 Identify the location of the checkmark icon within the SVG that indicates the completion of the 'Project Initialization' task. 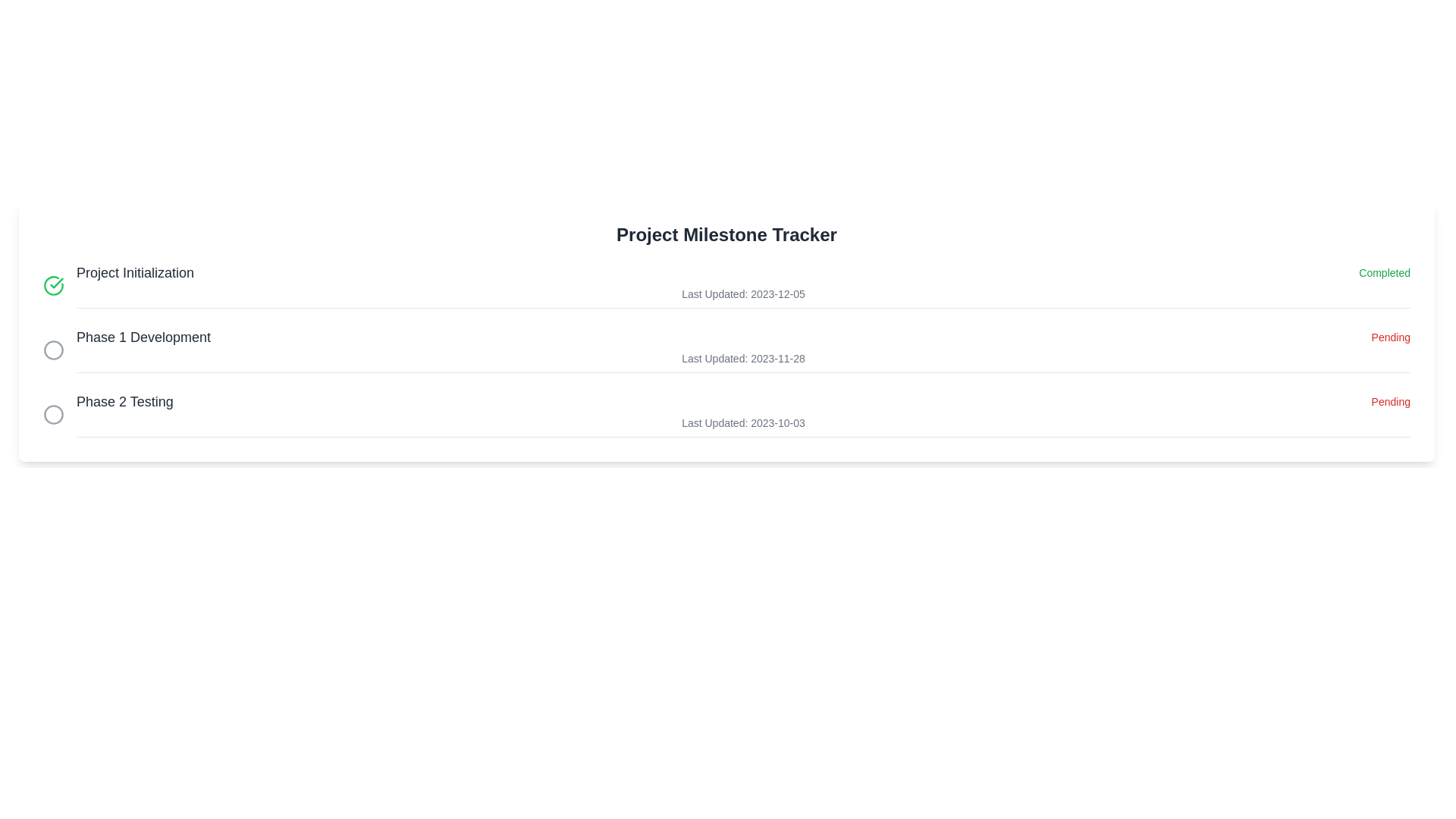
(57, 283).